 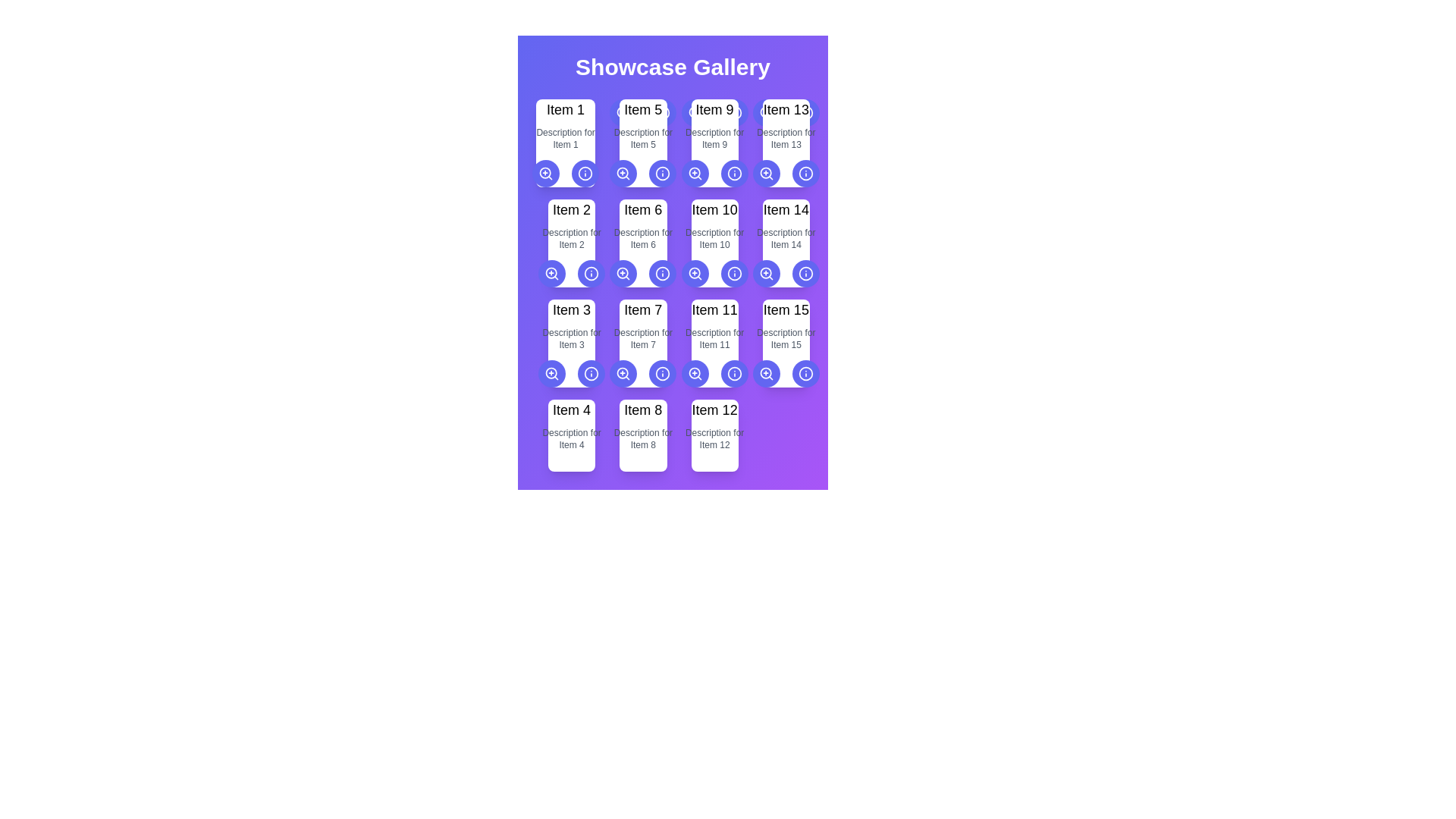 I want to click on the circular zoom-in icon with a magnifying glass symbol associated with Item 7, so click(x=623, y=374).